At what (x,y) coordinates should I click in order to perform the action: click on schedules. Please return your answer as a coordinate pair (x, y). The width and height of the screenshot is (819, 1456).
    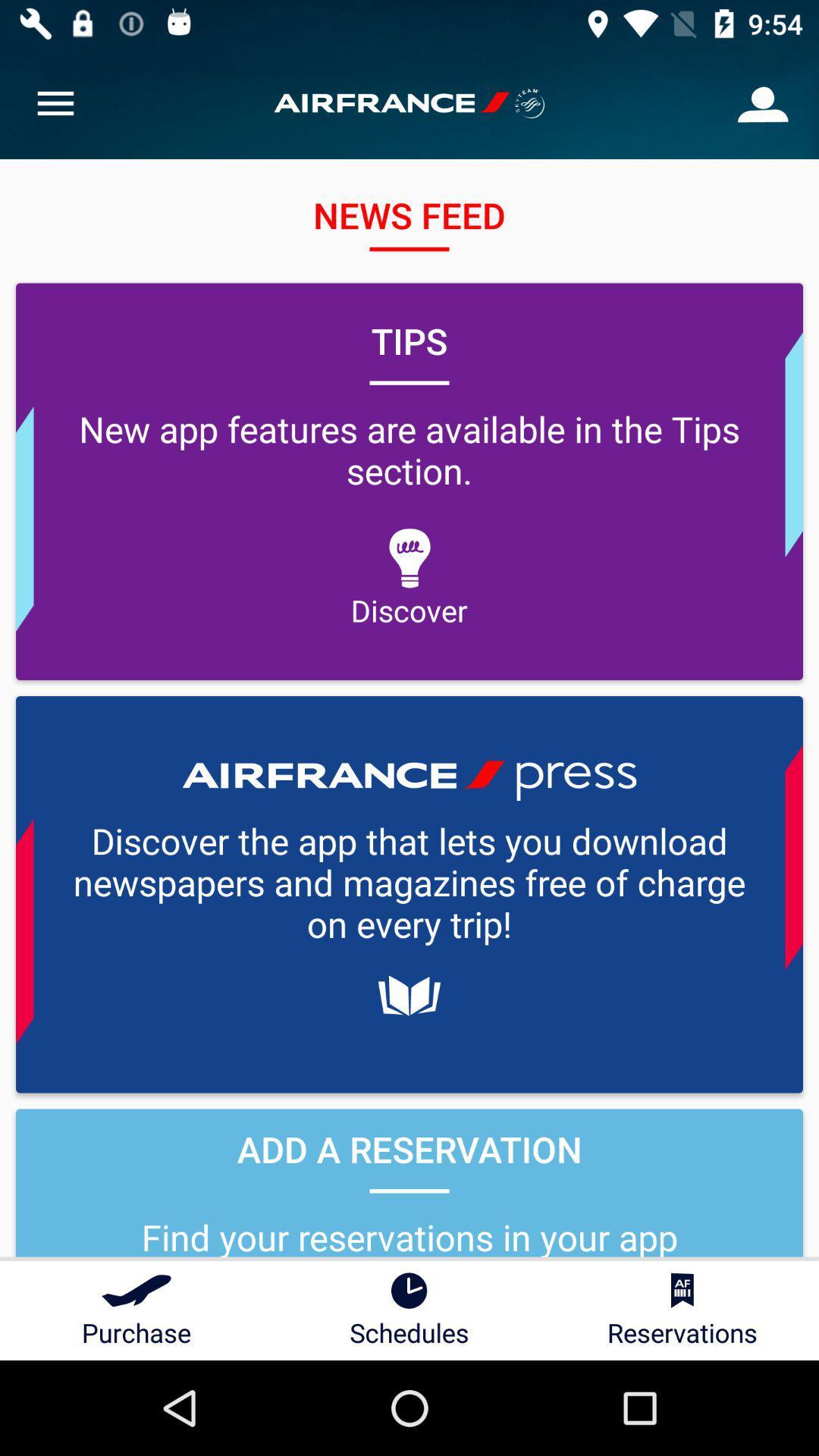
    Looking at the image, I should click on (409, 1310).